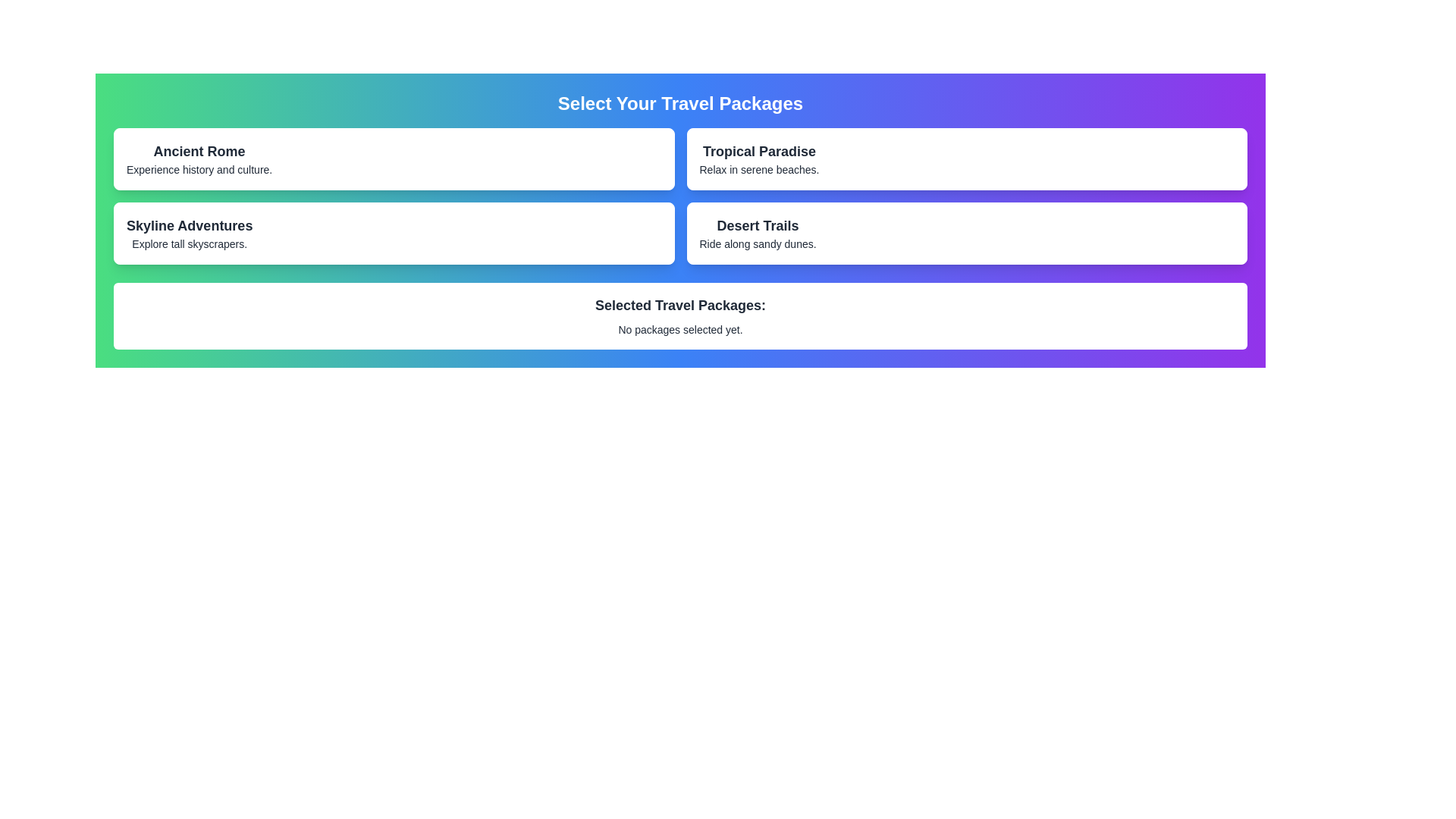 The image size is (1456, 819). What do you see at coordinates (759, 169) in the screenshot?
I see `the static text label that serves as a descriptive subtitle for the 'Tropical Paradise' title, located in the upper right quadrant of the interface` at bounding box center [759, 169].